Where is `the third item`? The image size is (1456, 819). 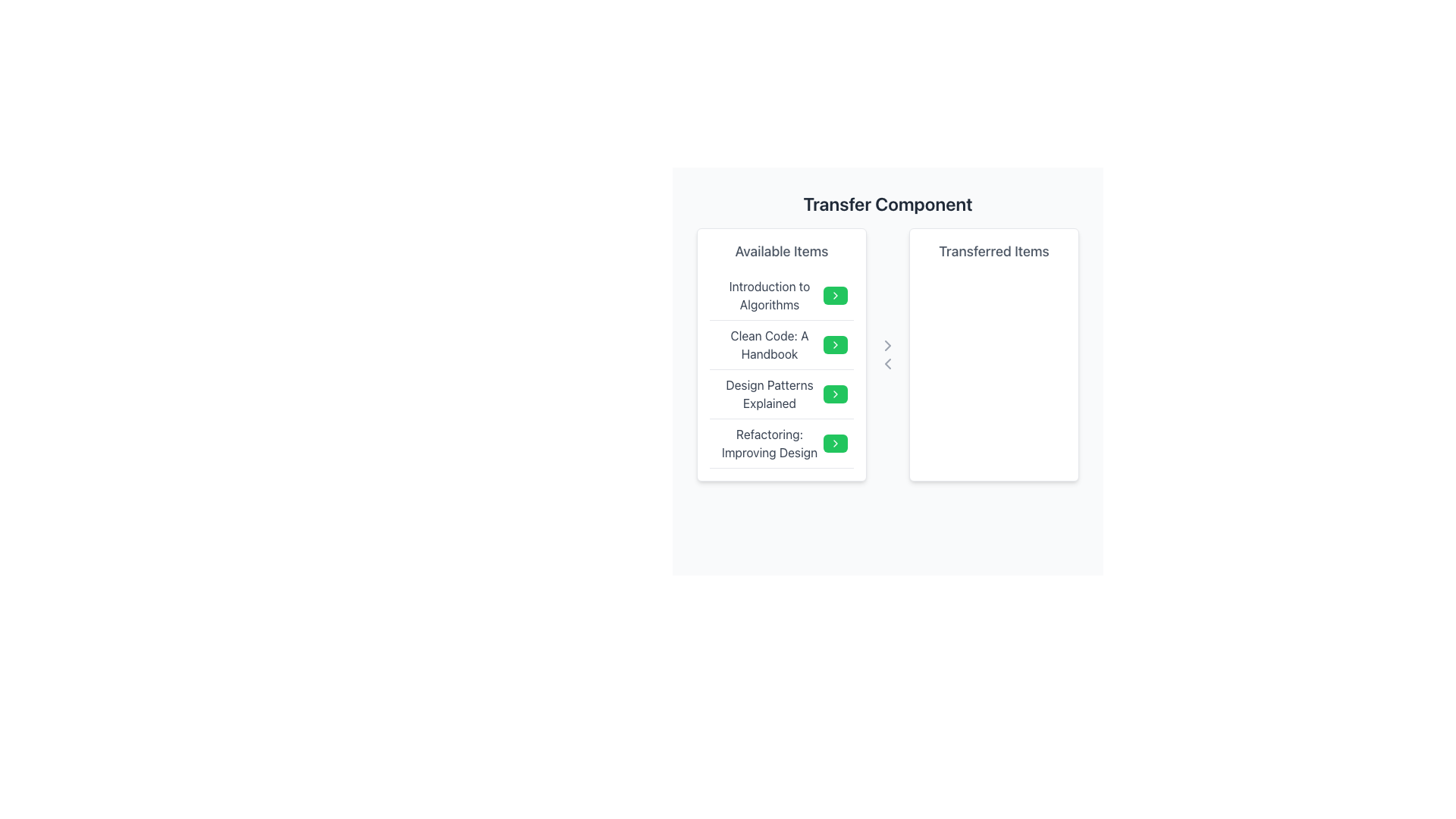 the third item is located at coordinates (782, 394).